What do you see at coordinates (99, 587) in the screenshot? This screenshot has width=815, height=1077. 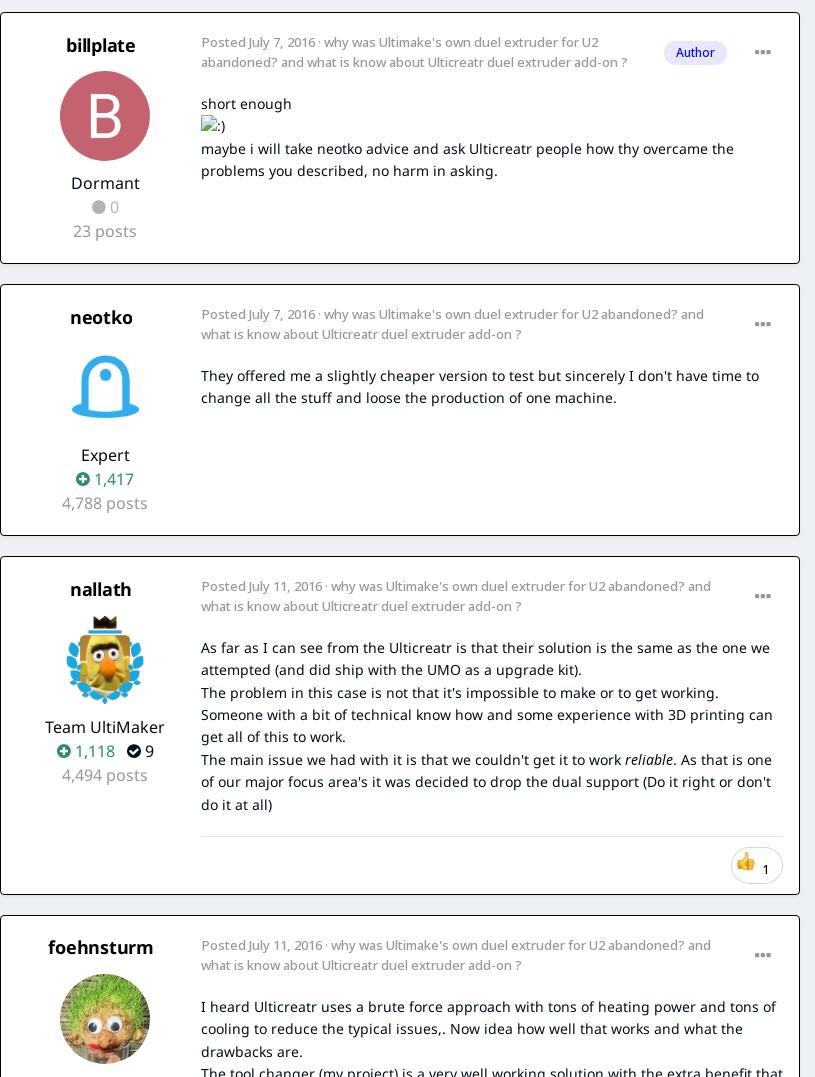 I see `'nallath'` at bounding box center [99, 587].